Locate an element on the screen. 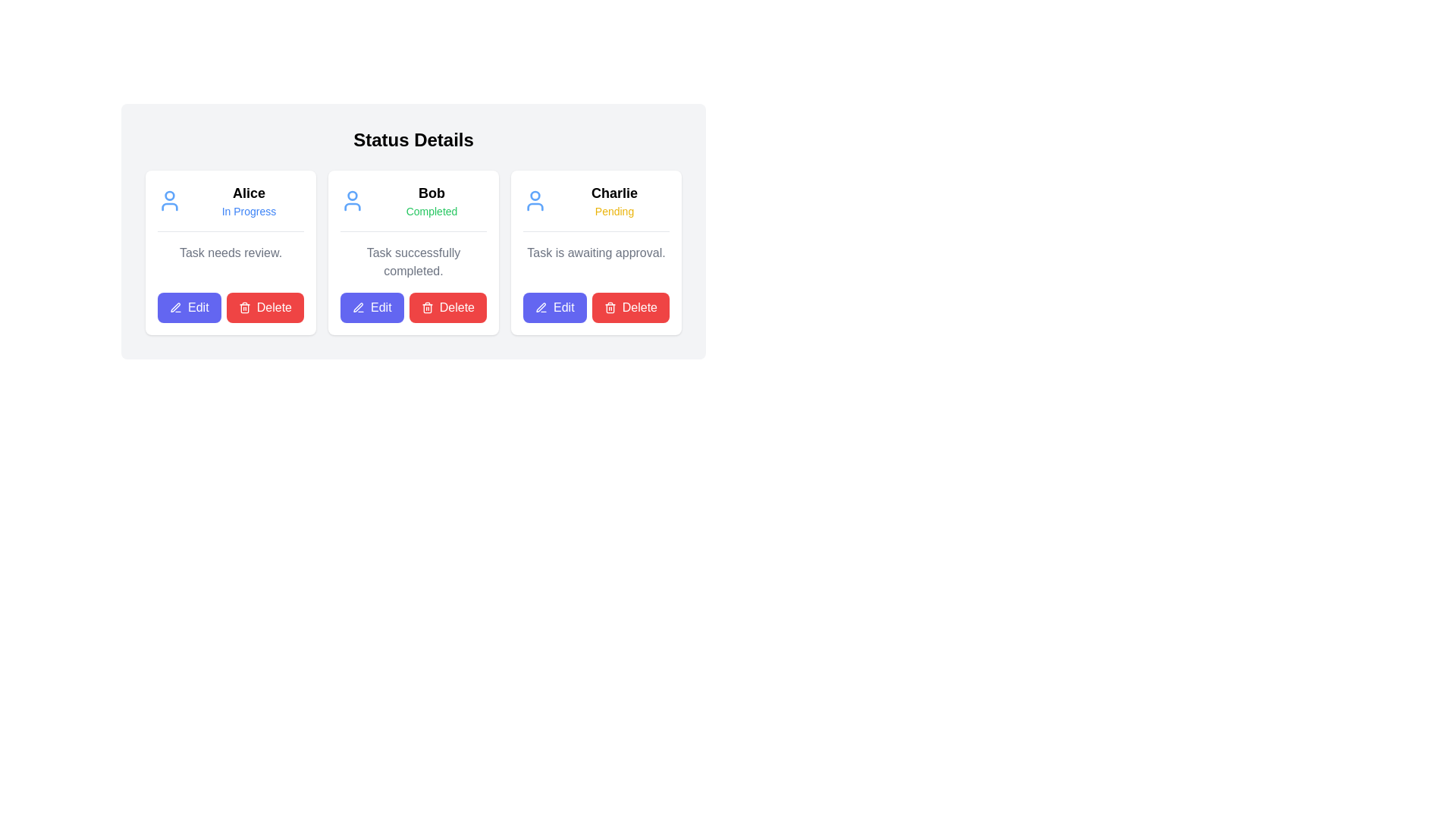 The width and height of the screenshot is (1456, 819). the 'Edit' button, which is a rectangular button with a blue background and white text, located under the name 'Bob' in a card layout, to initiate editing is located at coordinates (372, 307).